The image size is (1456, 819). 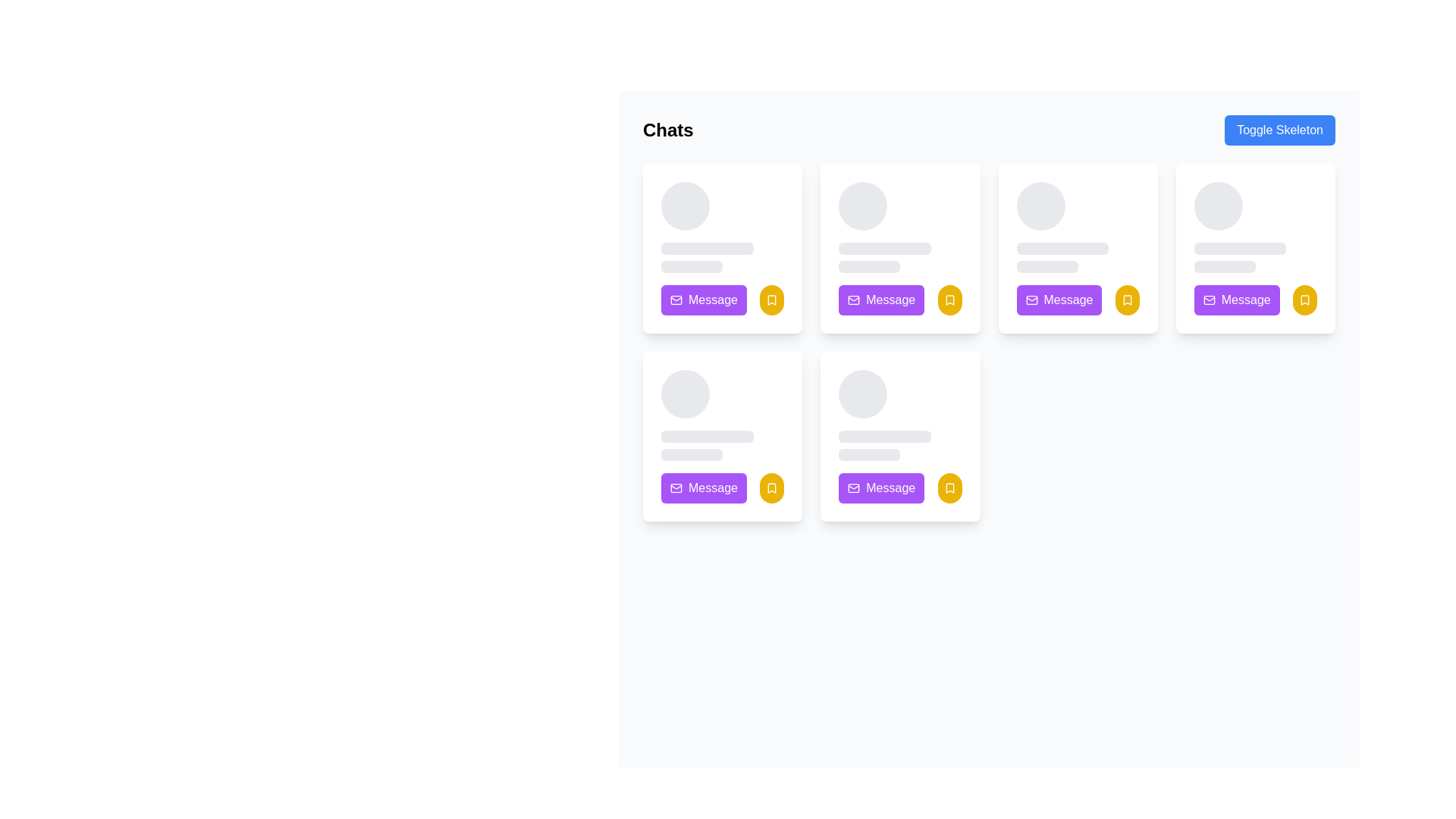 I want to click on the light gray horizontally elongated rectangle with rounded corners, which is the Skeleton placeholder positioned below a circular component and above a narrower rectangle in the top-right card of the grid layout, so click(x=1240, y=247).